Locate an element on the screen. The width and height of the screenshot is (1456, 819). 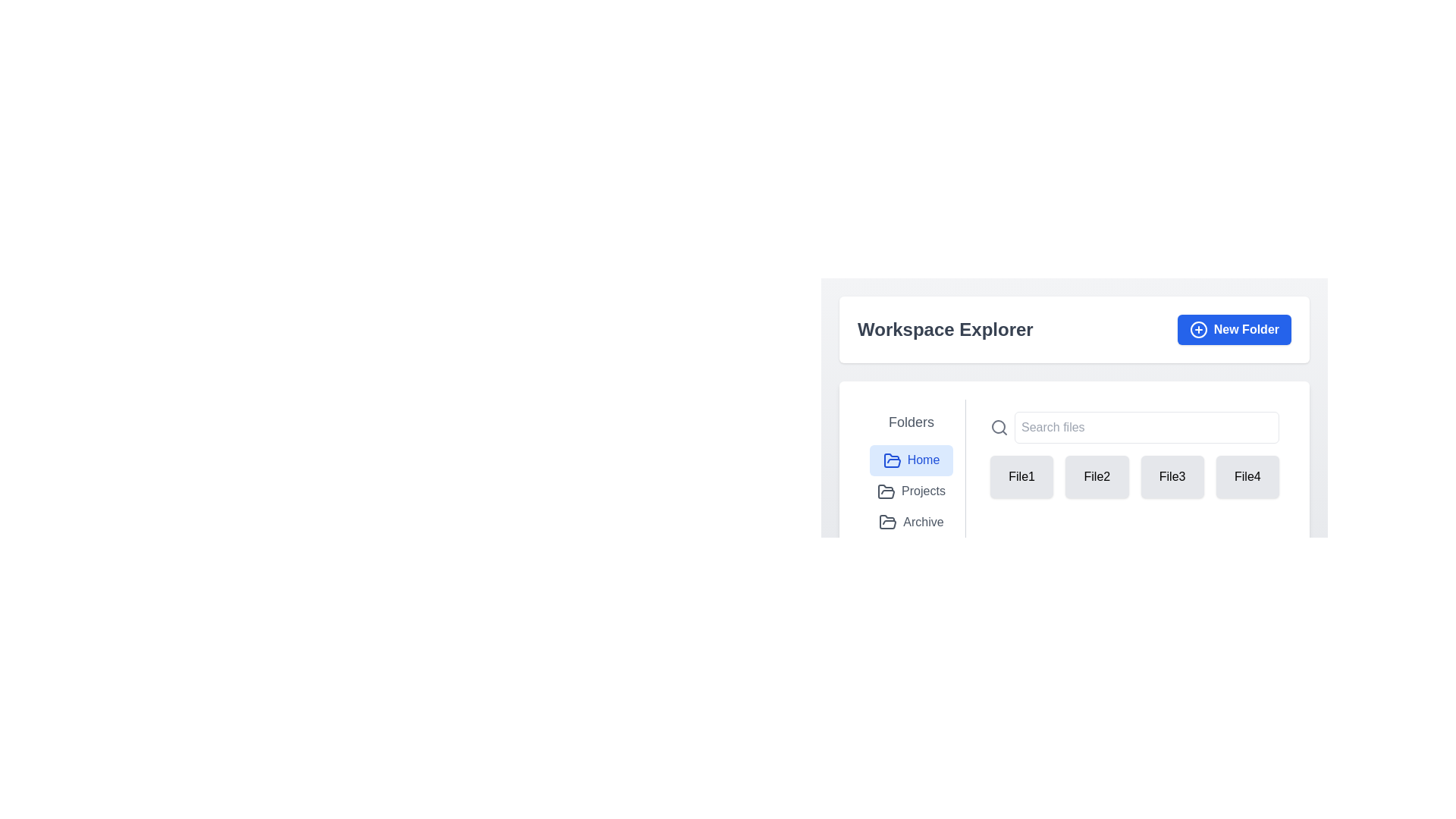
the 'File2' button, which is a rectangular button with rounded corners and centered black text on a light gray background is located at coordinates (1097, 475).